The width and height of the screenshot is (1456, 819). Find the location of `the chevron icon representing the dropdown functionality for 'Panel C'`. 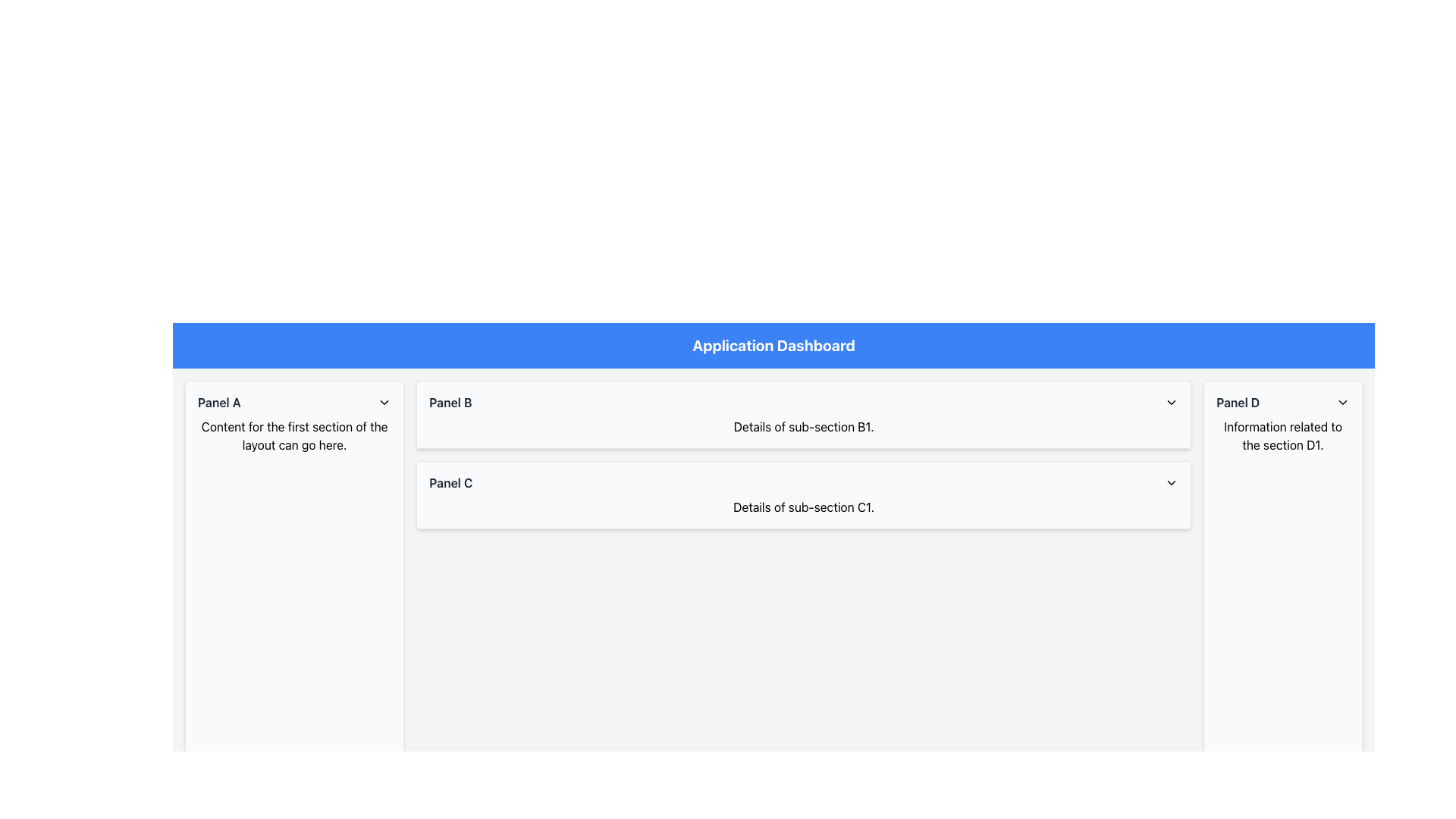

the chevron icon representing the dropdown functionality for 'Panel C' is located at coordinates (1171, 482).